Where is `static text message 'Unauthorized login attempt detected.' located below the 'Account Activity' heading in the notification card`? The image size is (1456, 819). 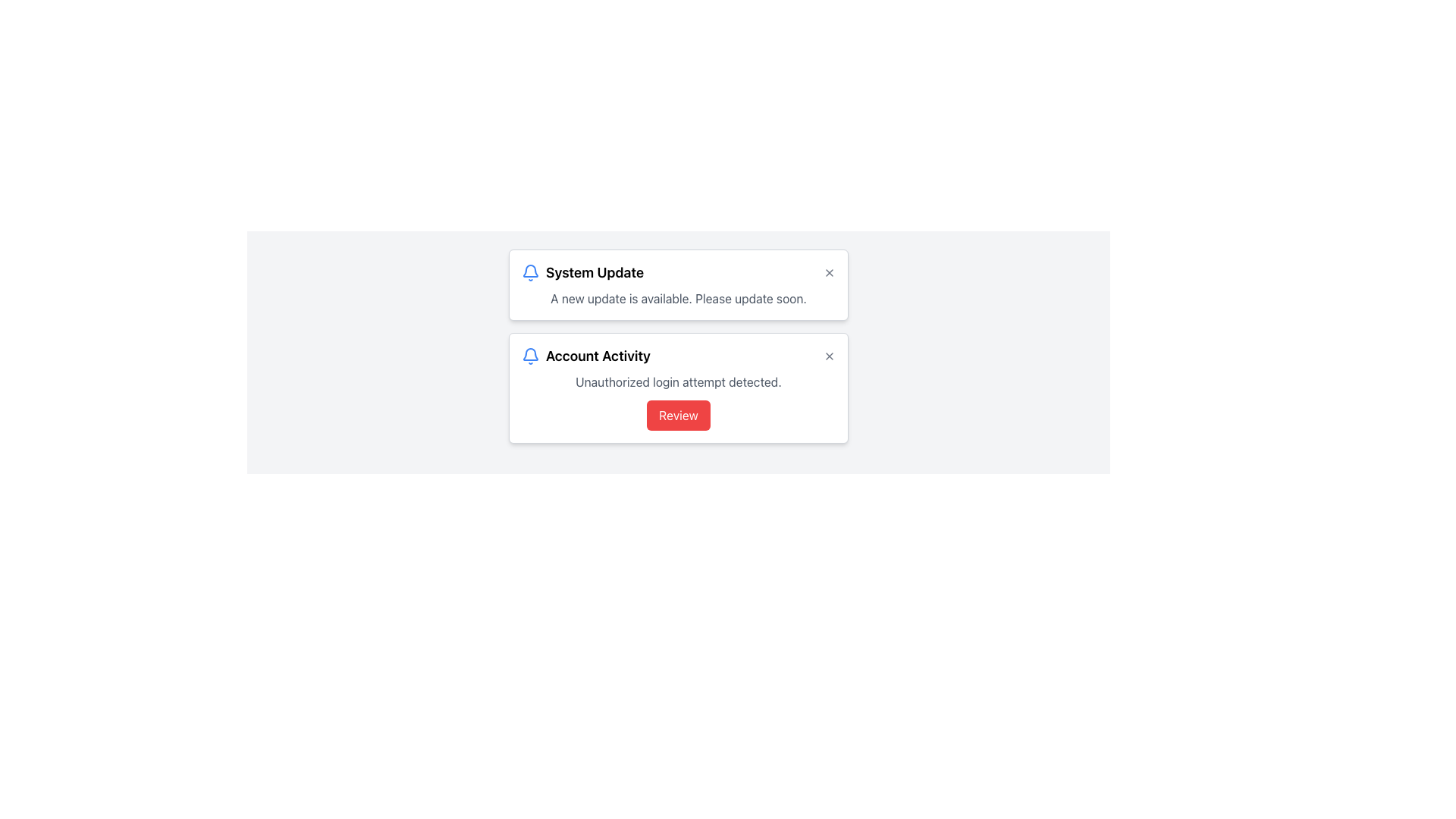
static text message 'Unauthorized login attempt detected.' located below the 'Account Activity' heading in the notification card is located at coordinates (677, 381).